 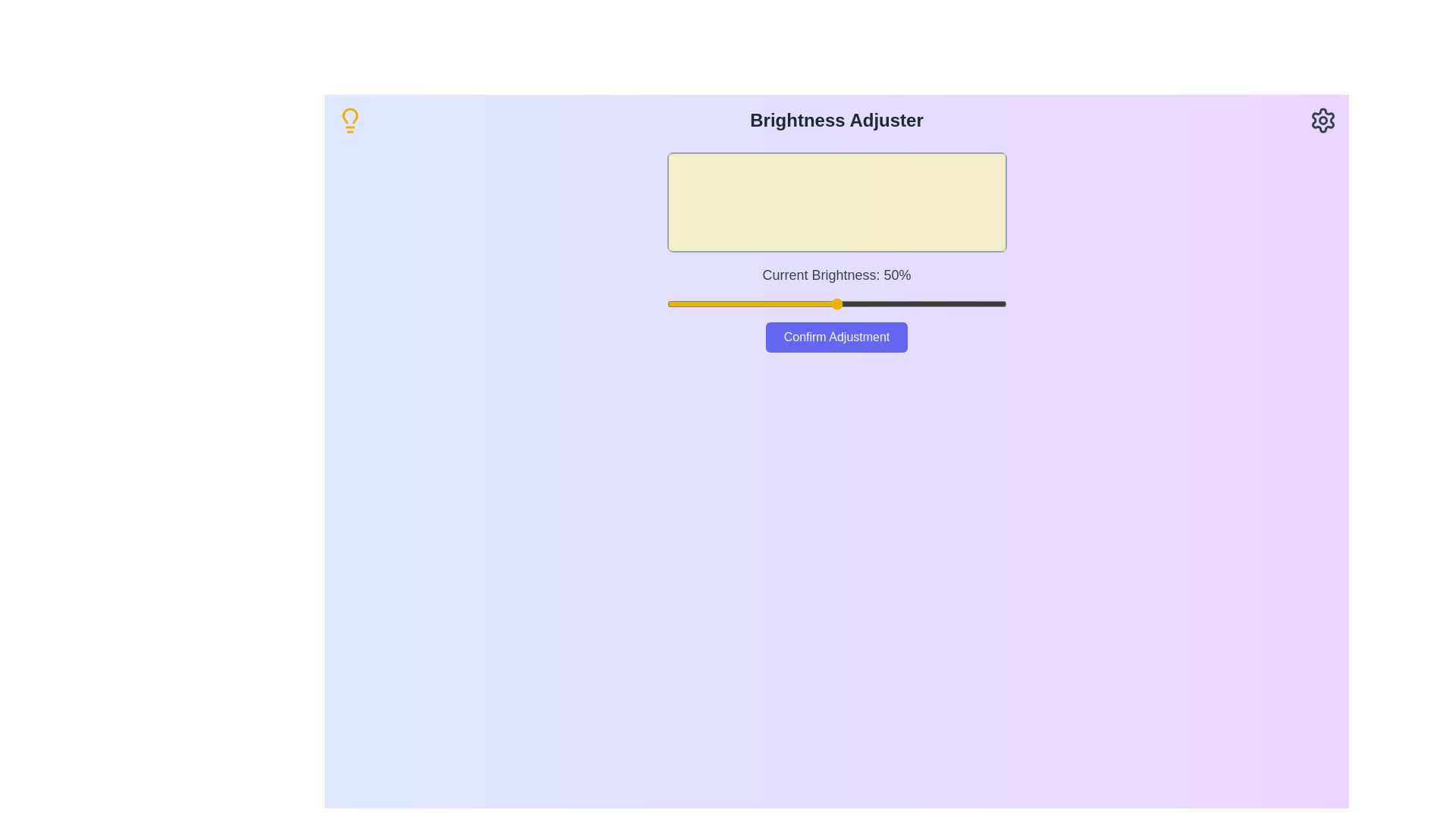 I want to click on the brightness slider to 64%, so click(x=884, y=304).